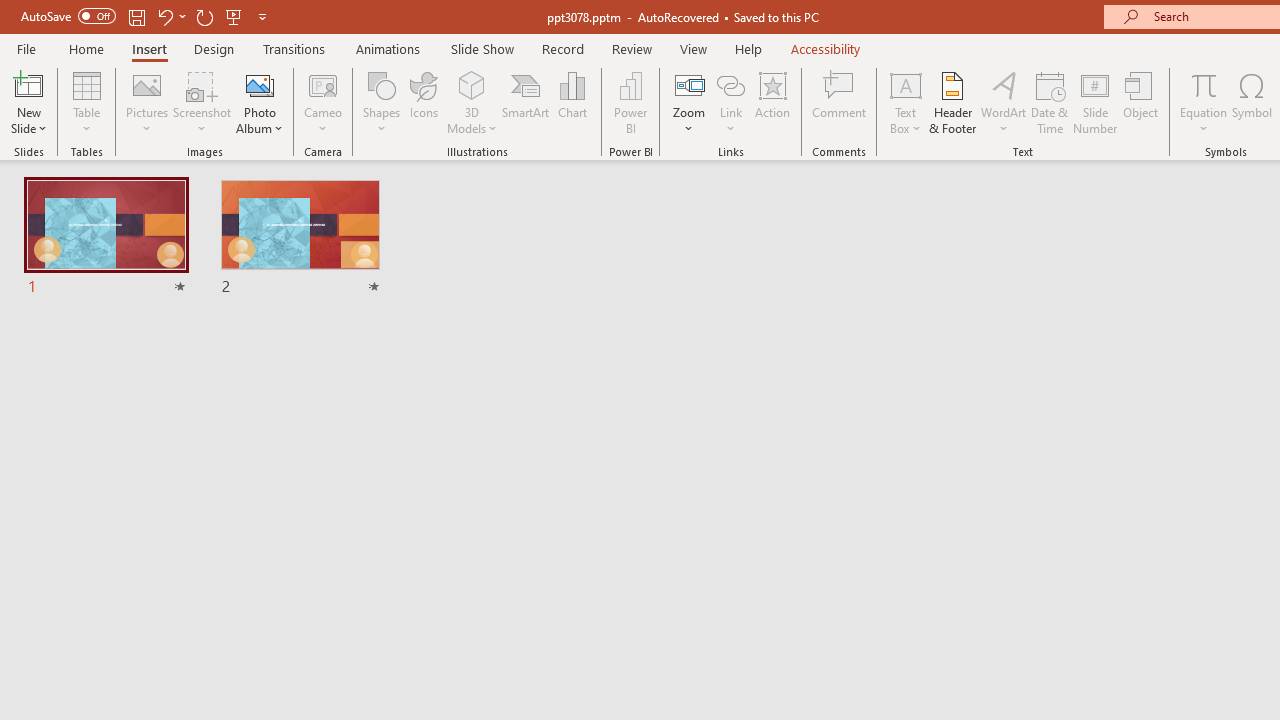 The width and height of the screenshot is (1280, 720). What do you see at coordinates (323, 103) in the screenshot?
I see `'Cameo'` at bounding box center [323, 103].